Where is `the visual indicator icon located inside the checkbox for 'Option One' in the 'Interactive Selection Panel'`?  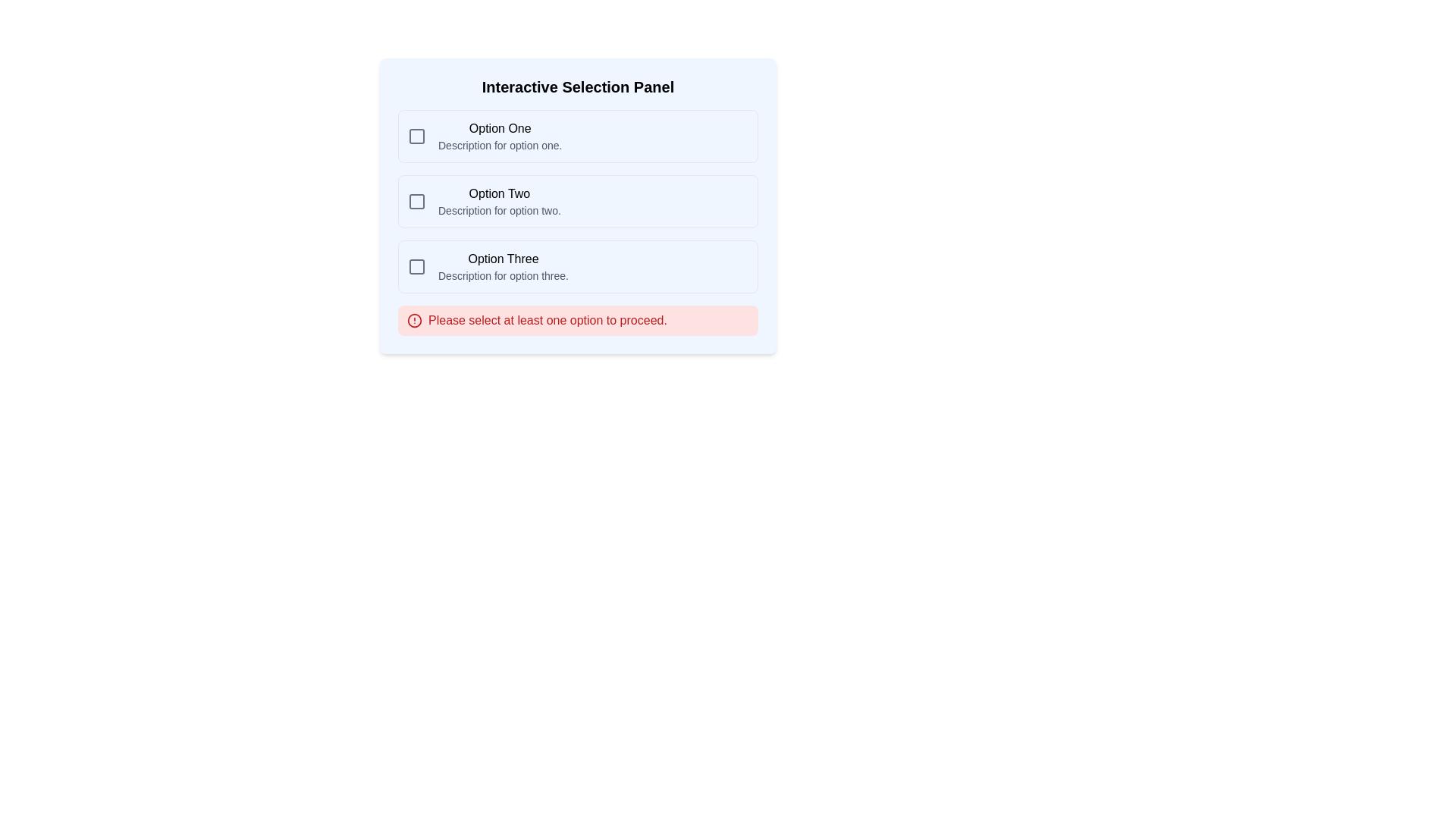
the visual indicator icon located inside the checkbox for 'Option One' in the 'Interactive Selection Panel' is located at coordinates (417, 136).